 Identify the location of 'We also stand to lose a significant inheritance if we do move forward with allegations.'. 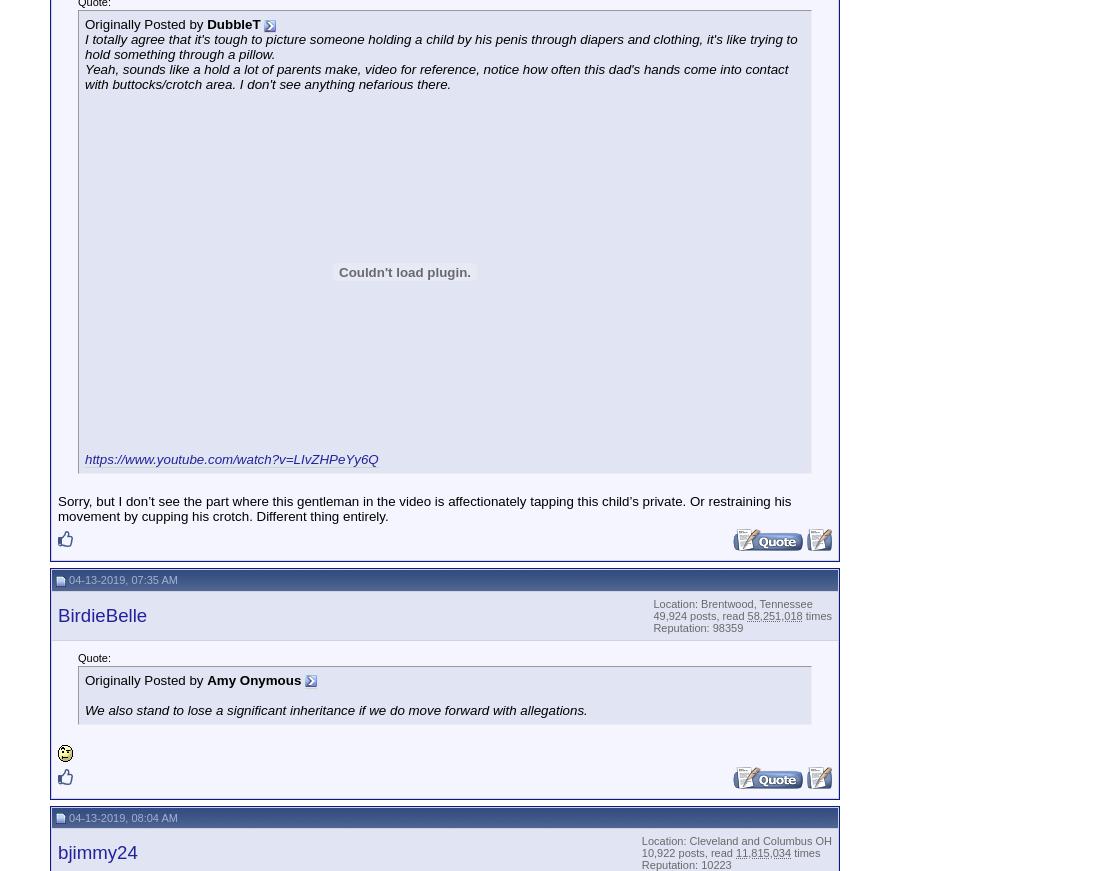
(335, 708).